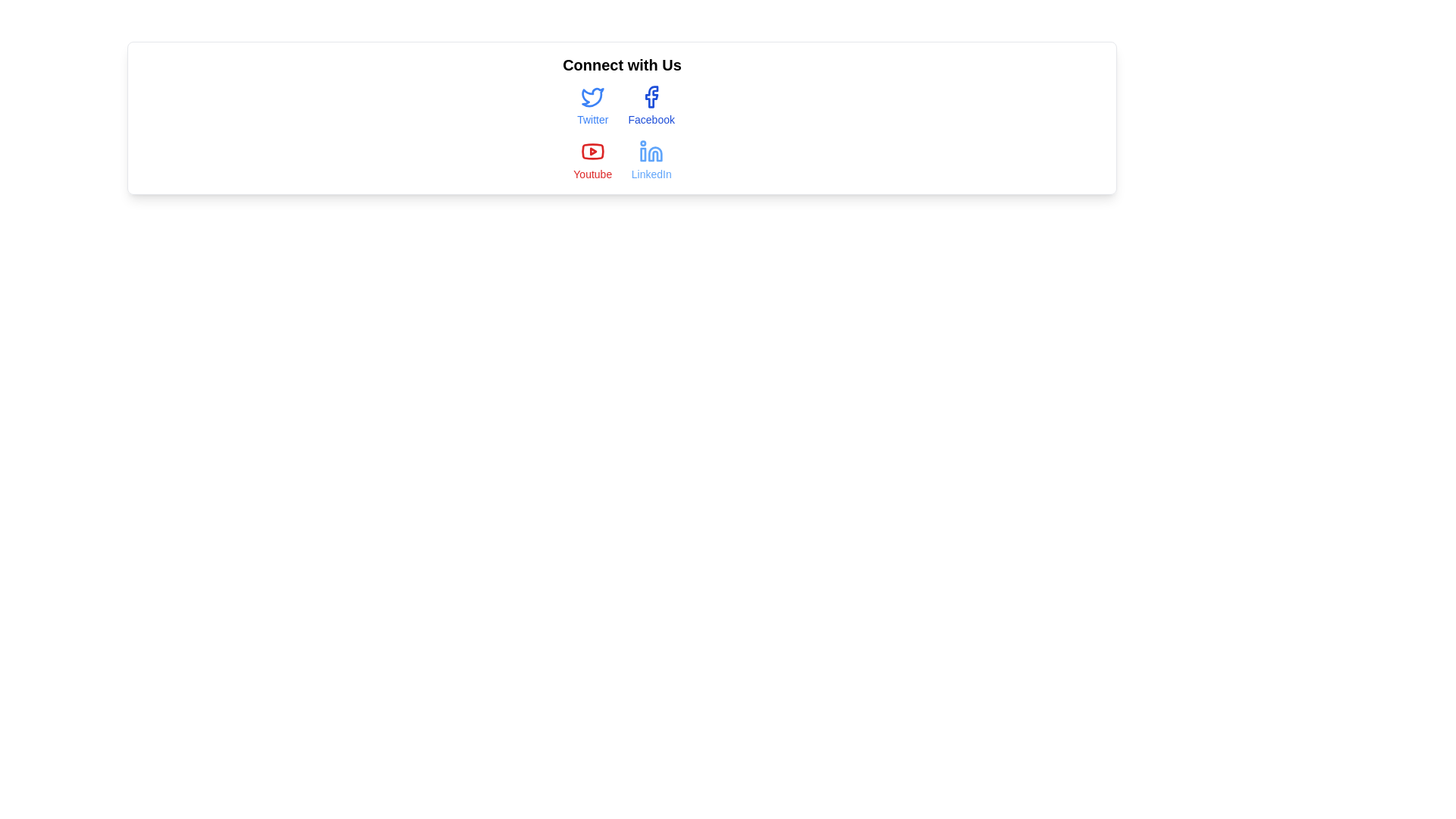 This screenshot has height=819, width=1456. What do you see at coordinates (591, 97) in the screenshot?
I see `the Twitter icon located in the top left corner of the social media row` at bounding box center [591, 97].